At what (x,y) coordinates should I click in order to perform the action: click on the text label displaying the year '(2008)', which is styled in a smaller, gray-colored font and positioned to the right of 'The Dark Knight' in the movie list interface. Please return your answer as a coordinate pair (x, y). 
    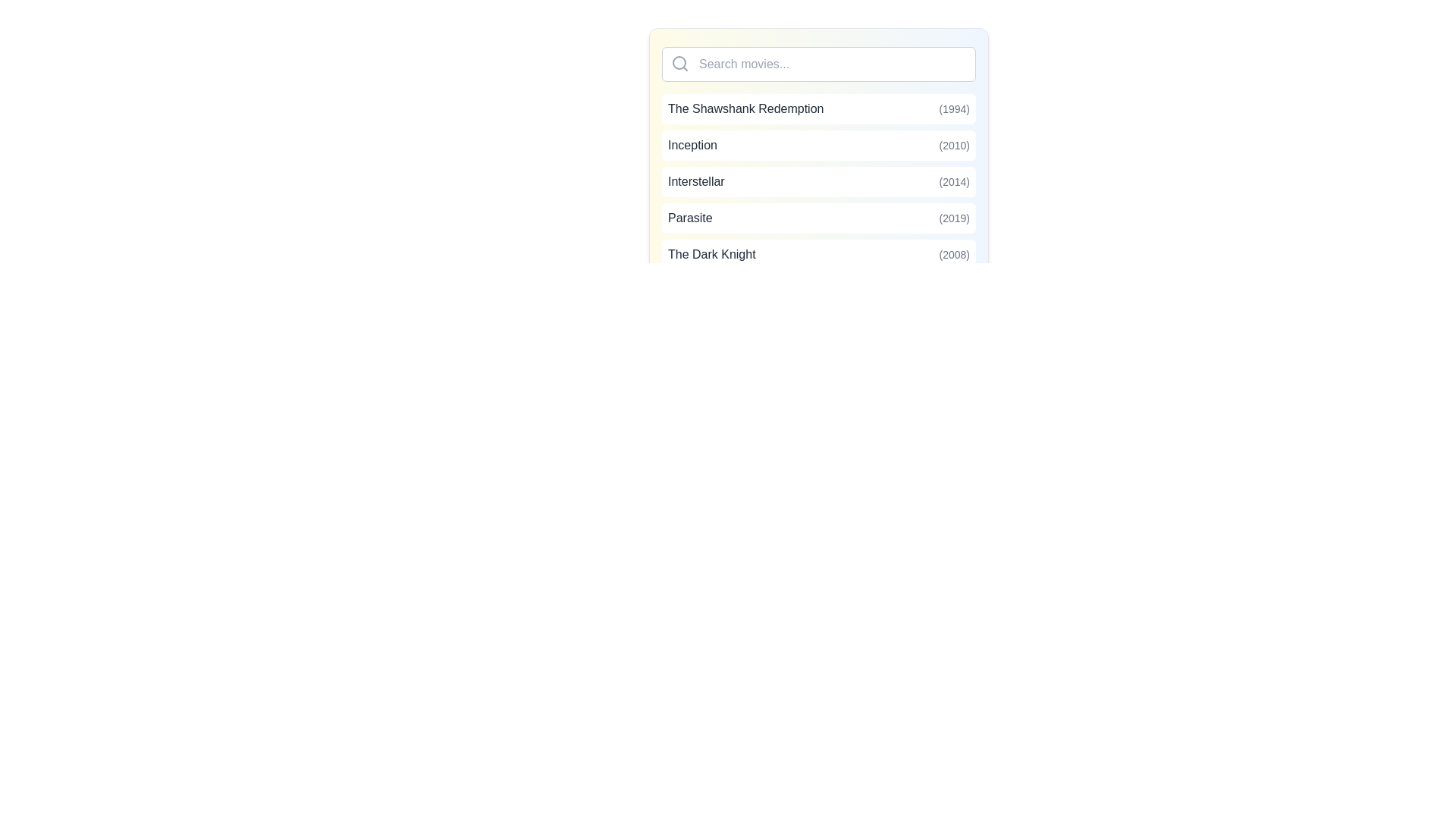
    Looking at the image, I should click on (953, 253).